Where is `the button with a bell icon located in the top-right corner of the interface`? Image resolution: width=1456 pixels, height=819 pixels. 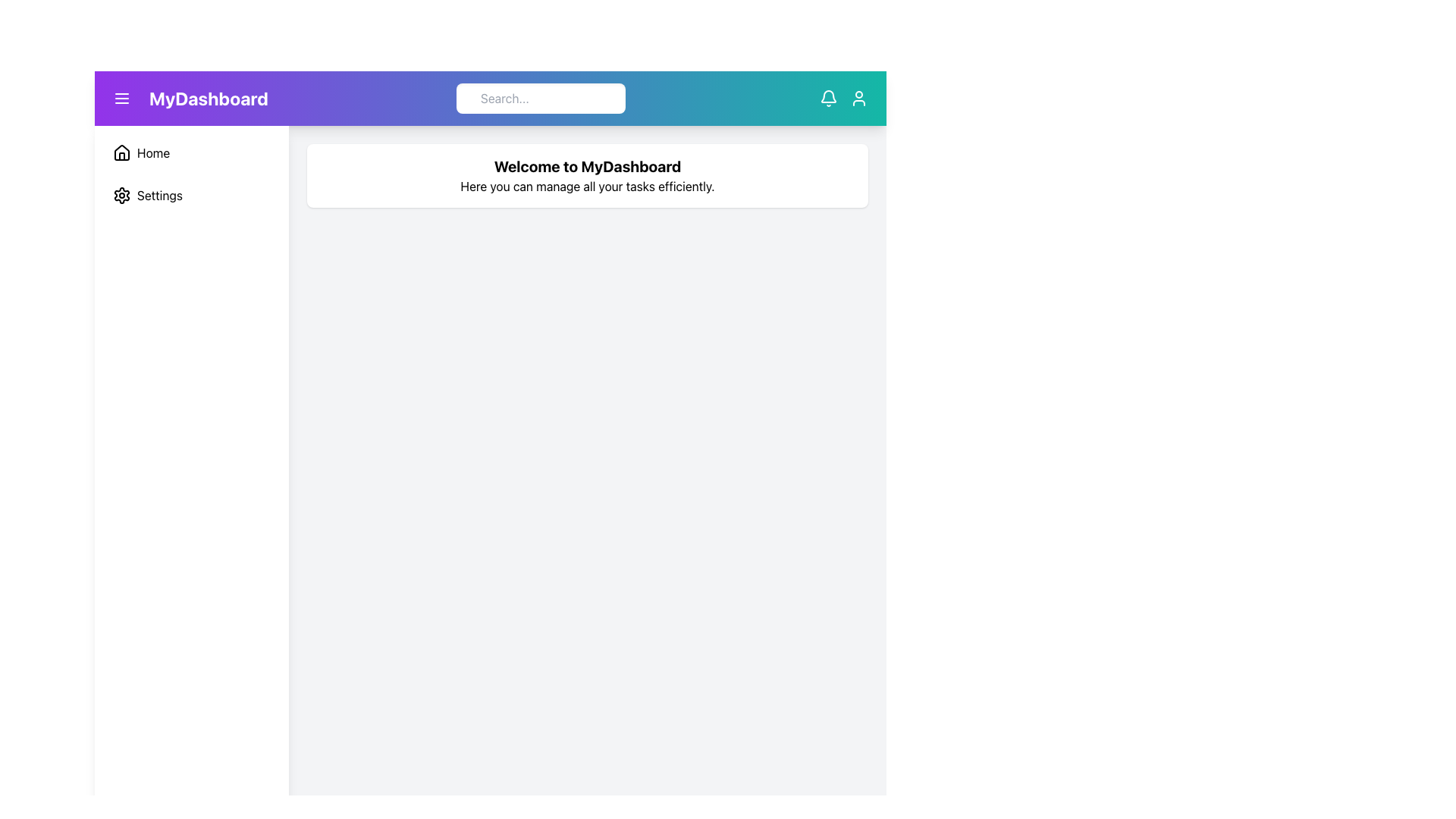
the button with a bell icon located in the top-right corner of the interface is located at coordinates (828, 99).